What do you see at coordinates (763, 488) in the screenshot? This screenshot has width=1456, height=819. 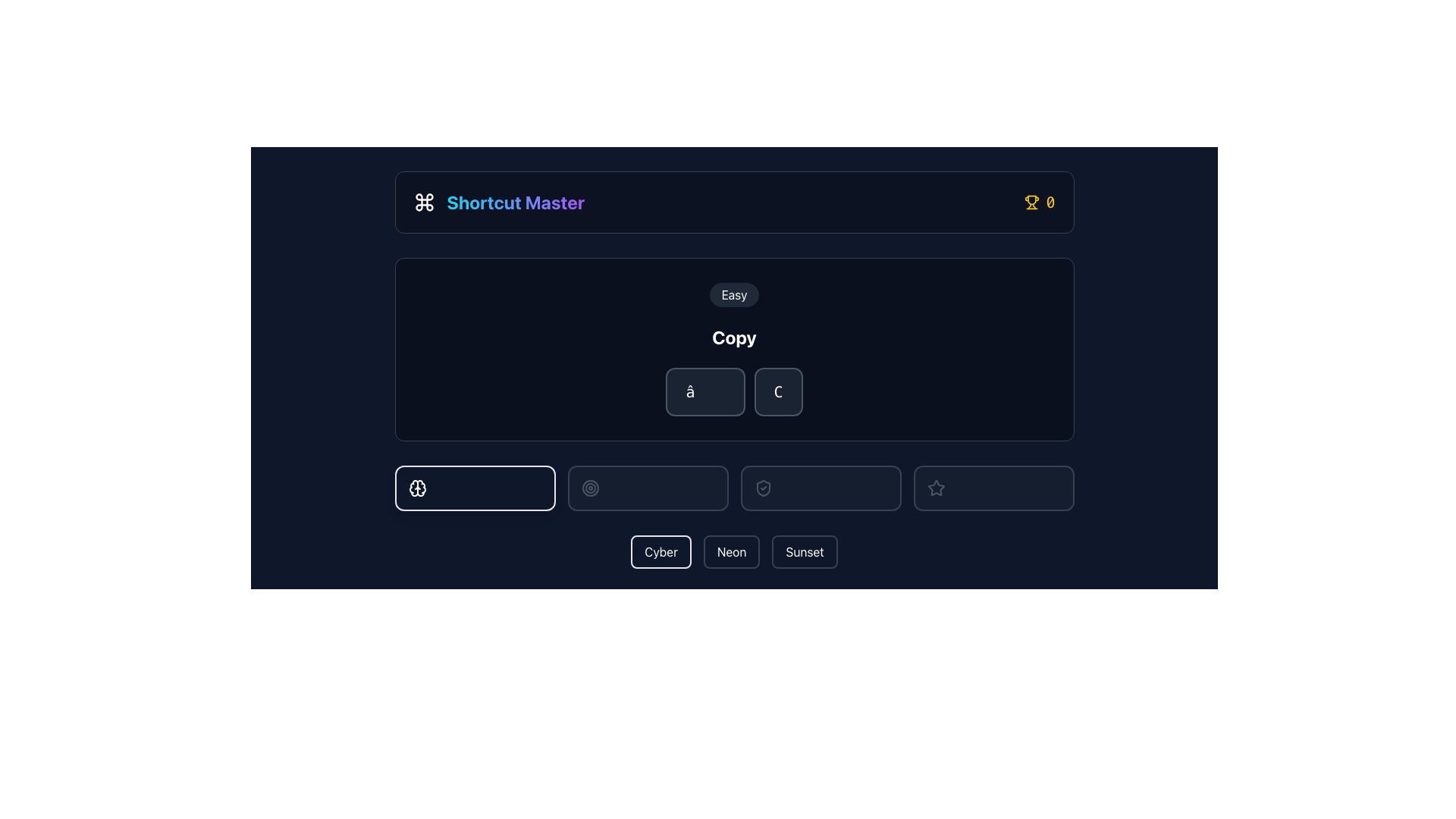 I see `the shield icon with a checkmark, which indicates a secure or verified state, located in the third position from the left among five buttons in the central panel` at bounding box center [763, 488].